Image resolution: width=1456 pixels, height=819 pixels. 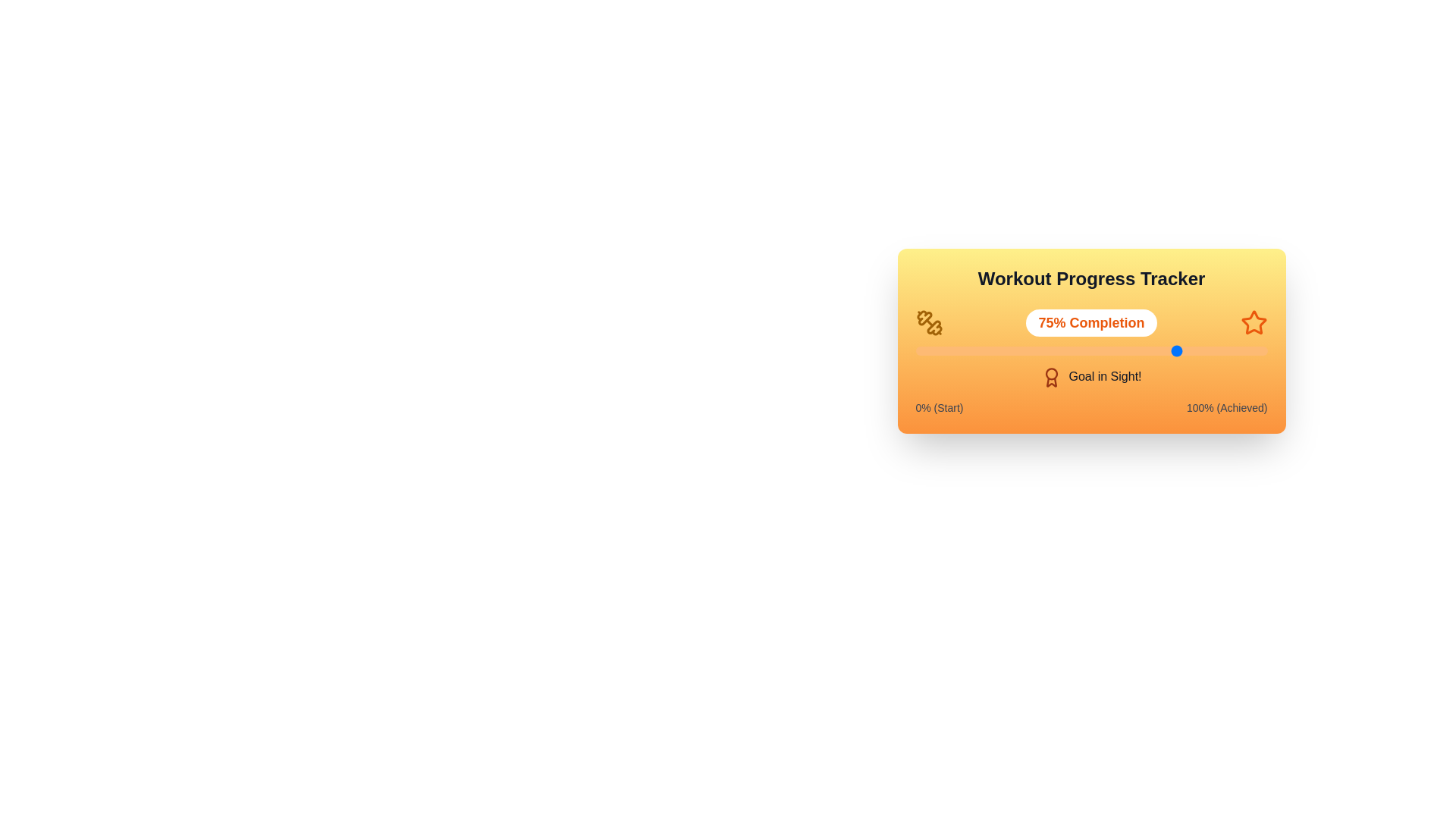 I want to click on the progress slider to 93%, so click(x=1243, y=350).